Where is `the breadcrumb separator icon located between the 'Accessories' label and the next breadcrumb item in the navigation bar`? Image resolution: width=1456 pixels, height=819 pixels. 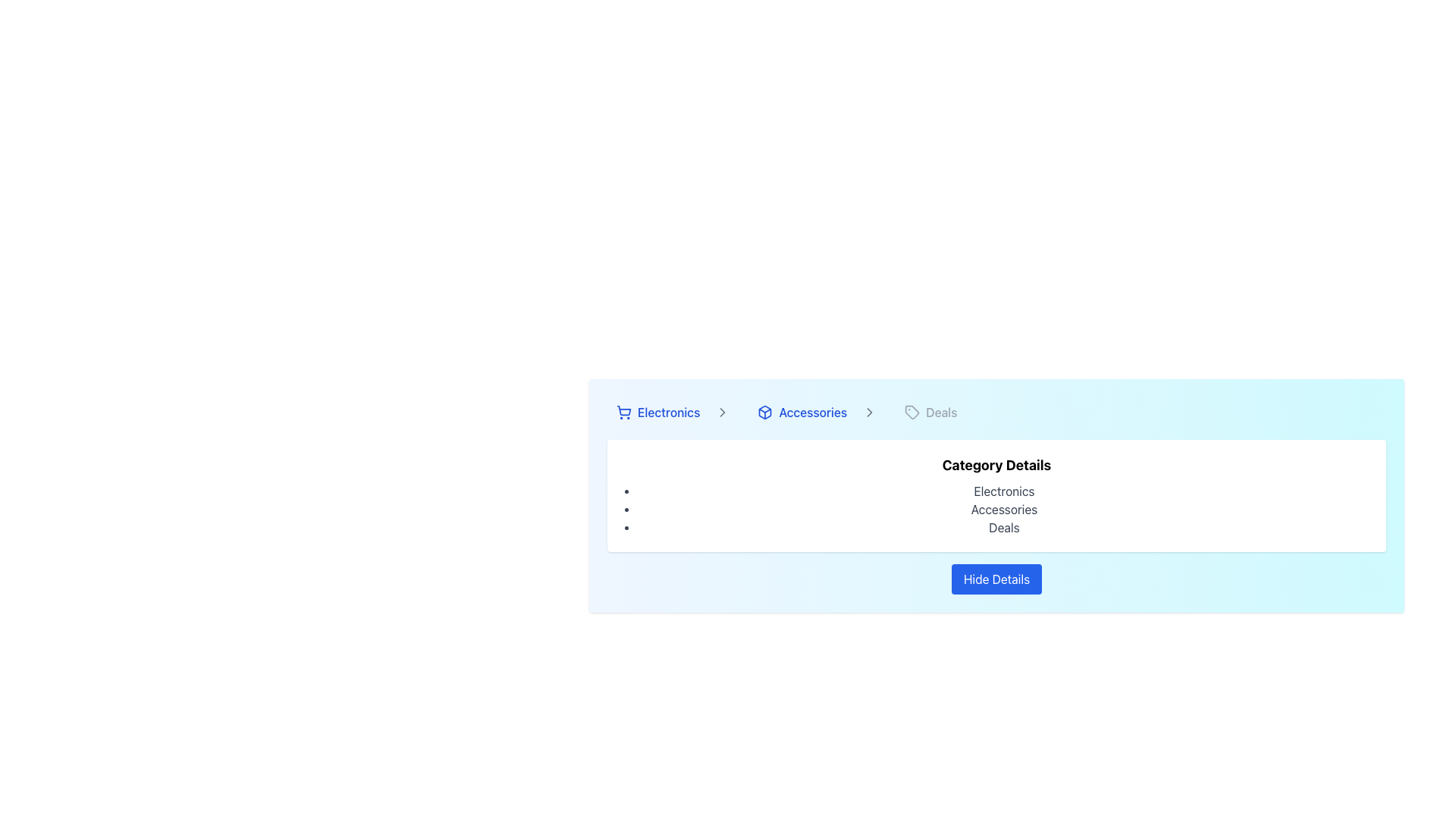 the breadcrumb separator icon located between the 'Accessories' label and the next breadcrumb item in the navigation bar is located at coordinates (722, 412).